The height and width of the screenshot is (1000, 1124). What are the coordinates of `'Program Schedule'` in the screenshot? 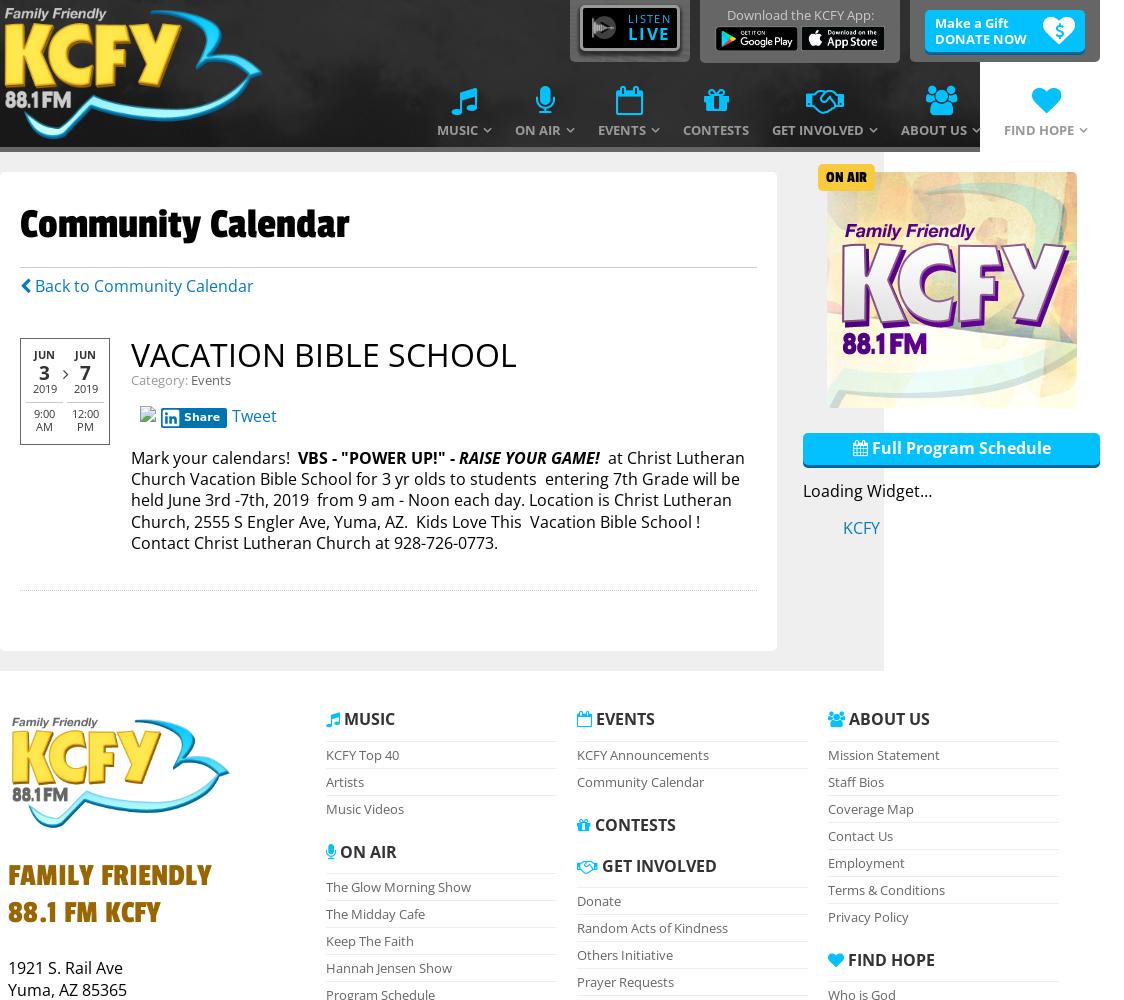 It's located at (594, 333).